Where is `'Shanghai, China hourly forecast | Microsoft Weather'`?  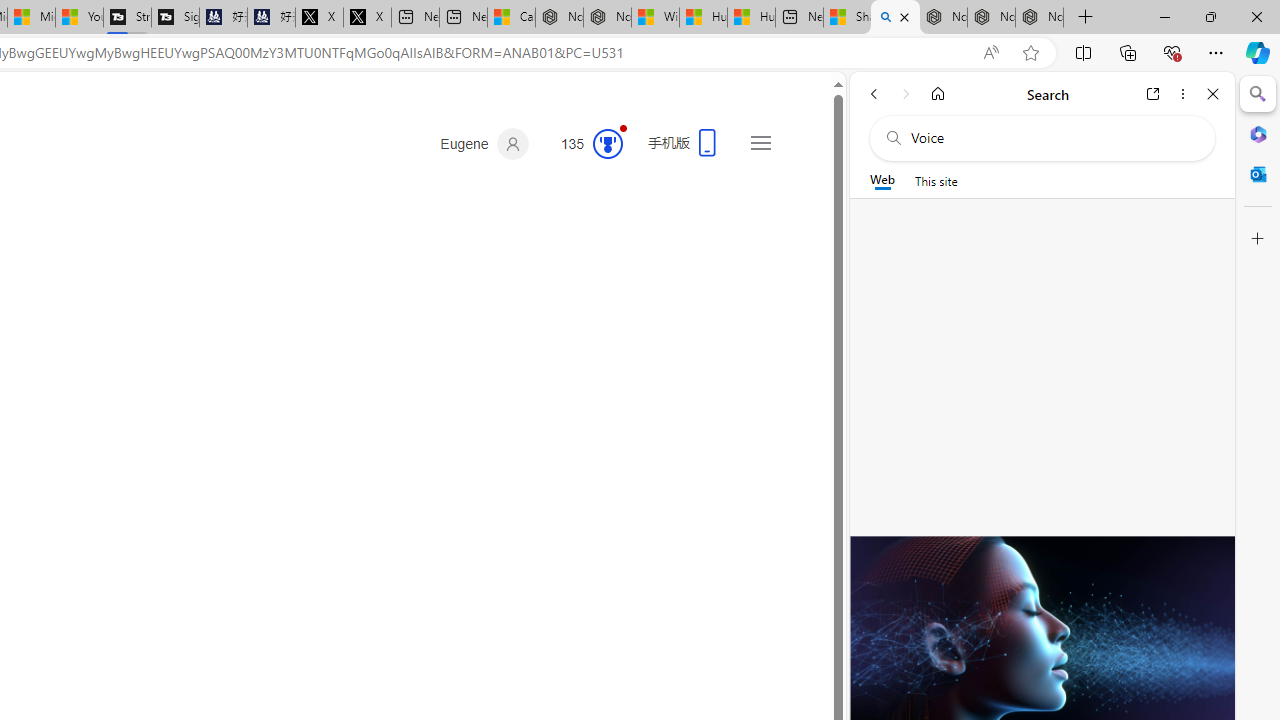
'Shanghai, China hourly forecast | Microsoft Weather' is located at coordinates (848, 17).